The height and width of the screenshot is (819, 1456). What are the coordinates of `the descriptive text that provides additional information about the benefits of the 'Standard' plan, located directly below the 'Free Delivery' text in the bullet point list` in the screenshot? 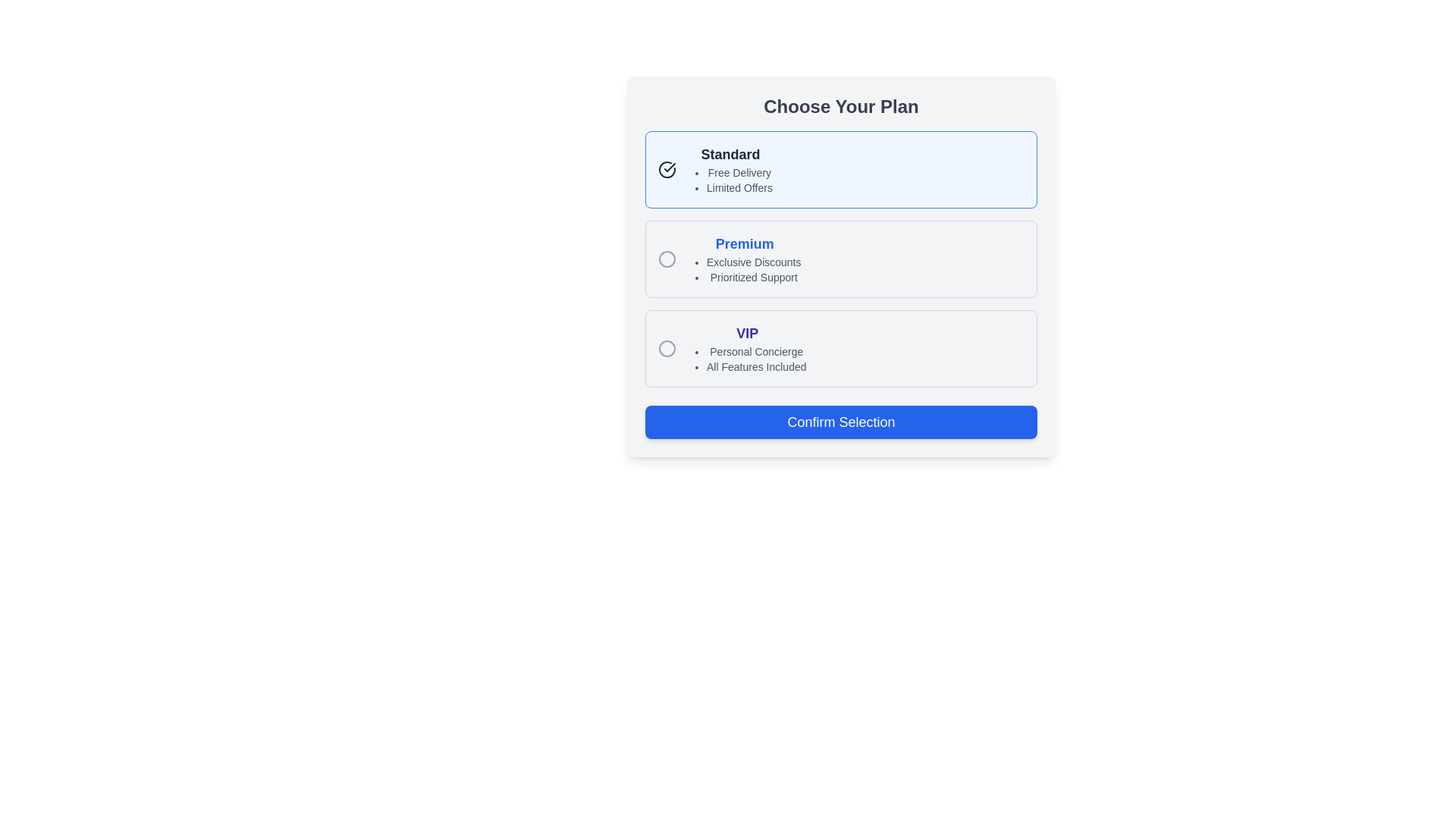 It's located at (739, 187).